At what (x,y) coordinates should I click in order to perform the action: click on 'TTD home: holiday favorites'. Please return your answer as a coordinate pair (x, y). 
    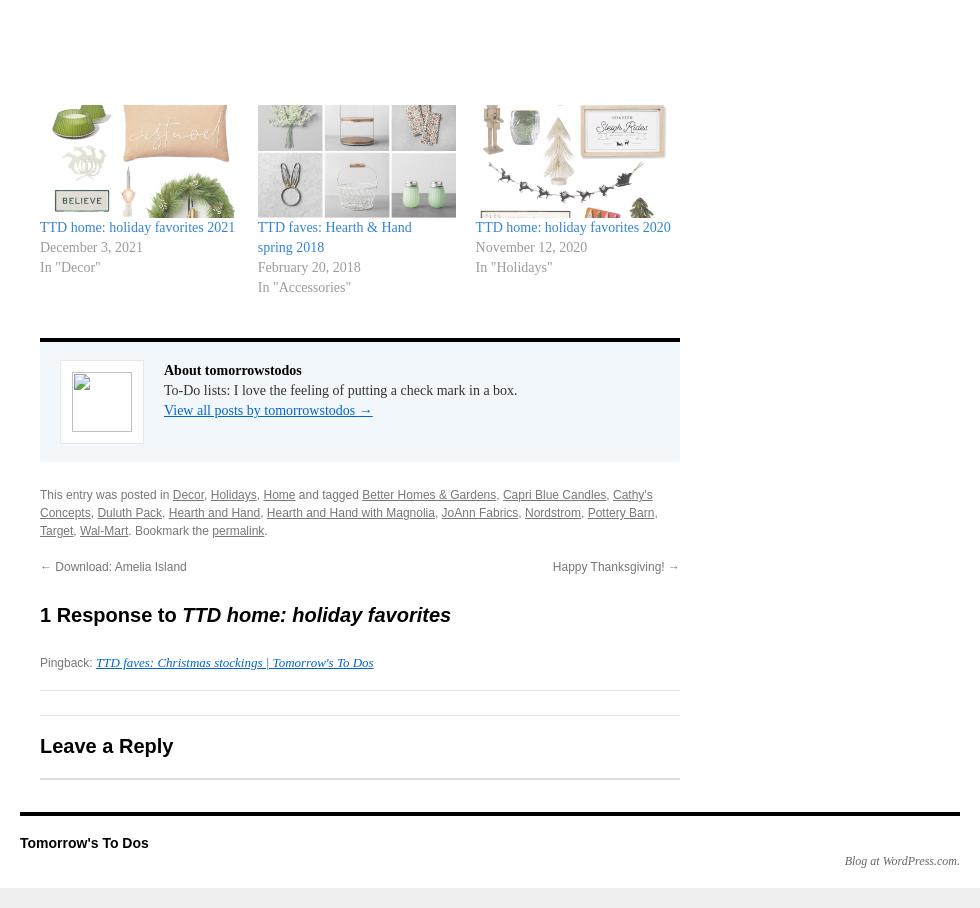
    Looking at the image, I should click on (316, 612).